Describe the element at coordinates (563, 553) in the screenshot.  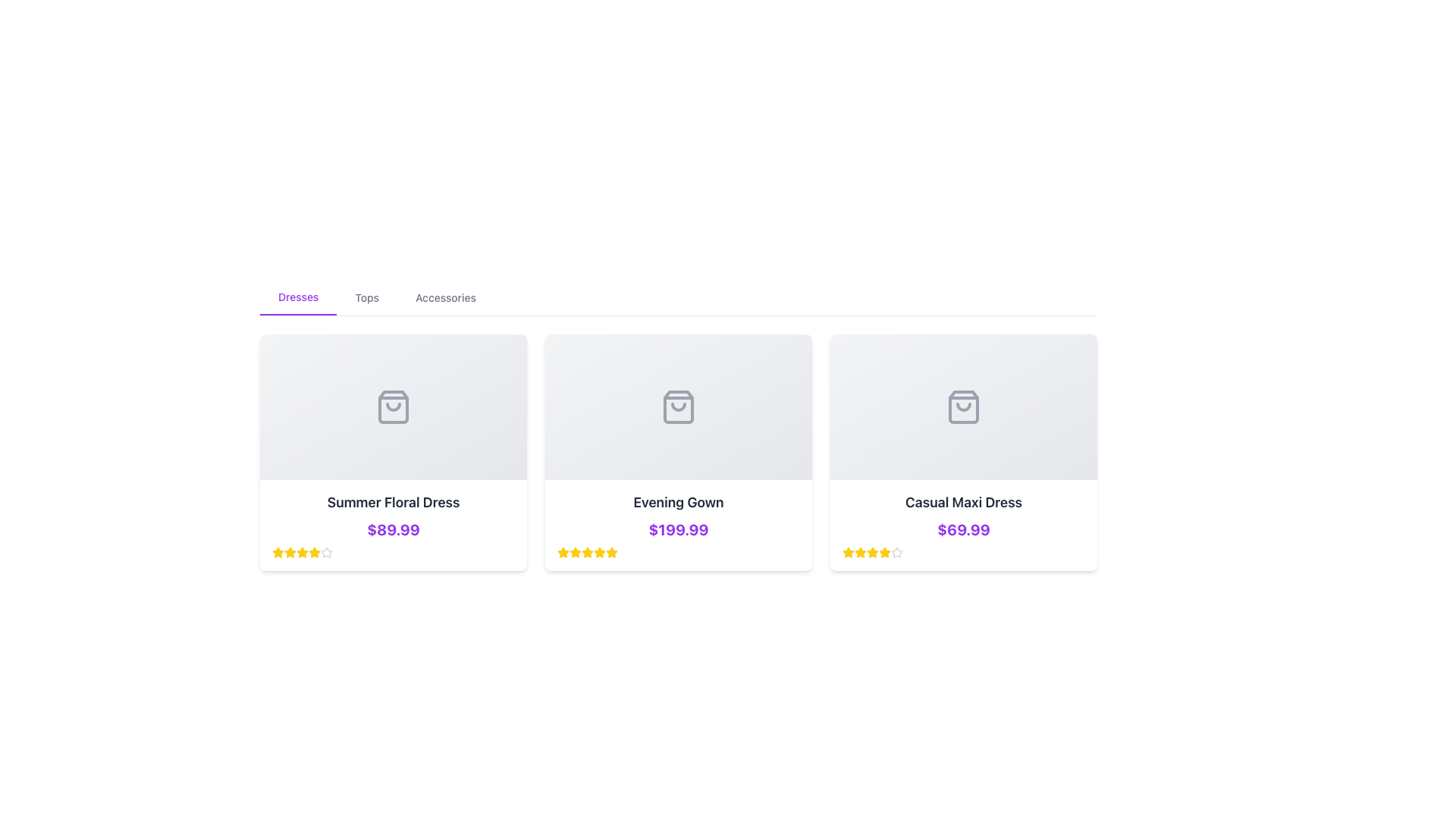
I see `the first yellow star icon in the second rating block under the product tile for 'Evening Gown'` at that location.